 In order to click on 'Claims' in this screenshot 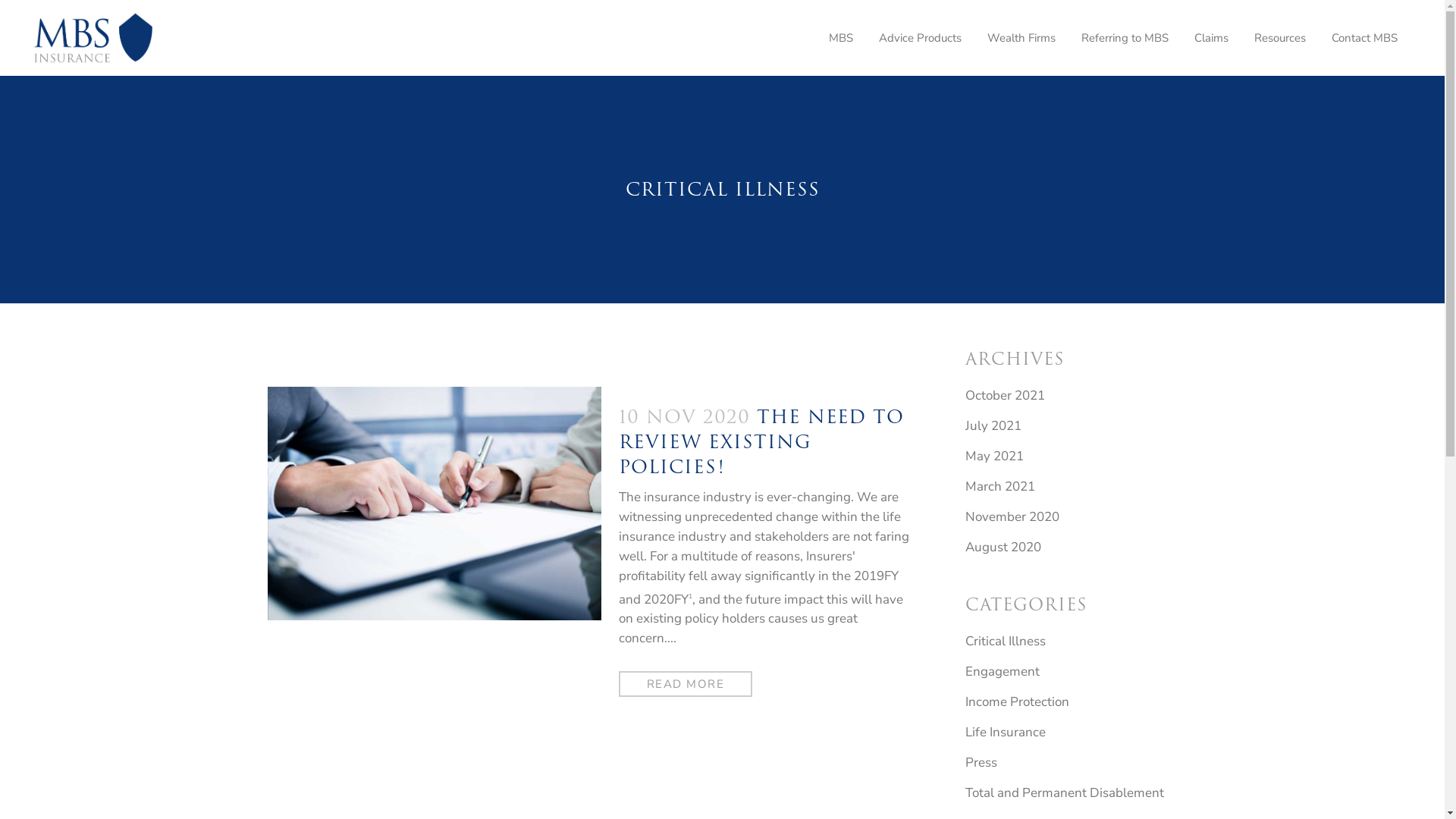, I will do `click(1181, 37)`.